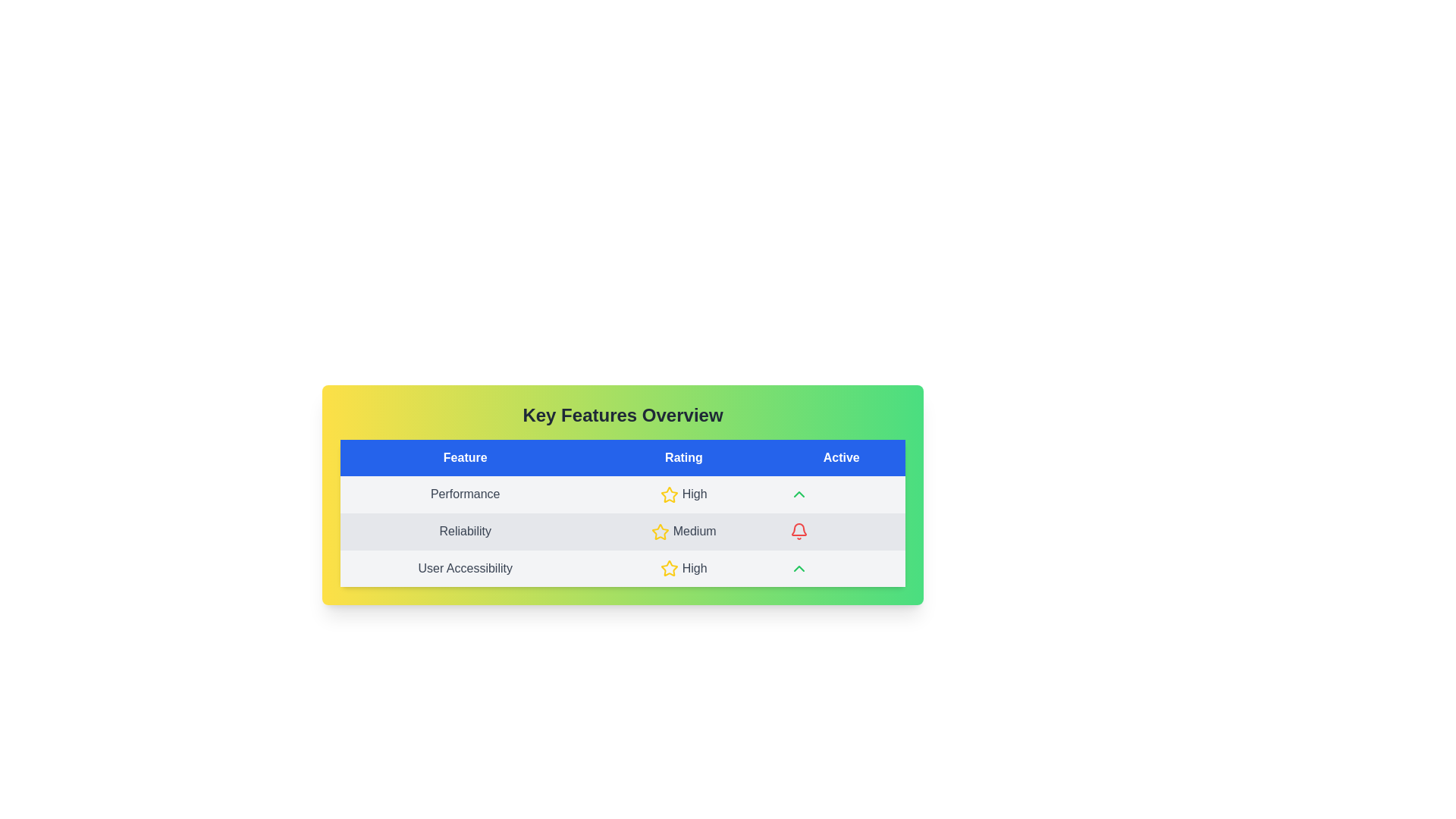  I want to click on the 'Performance' text label in the 'Key Features Overview' table, which is located in the first column of the first data row, aligned leftmost under the 'Feature' header, so click(464, 494).